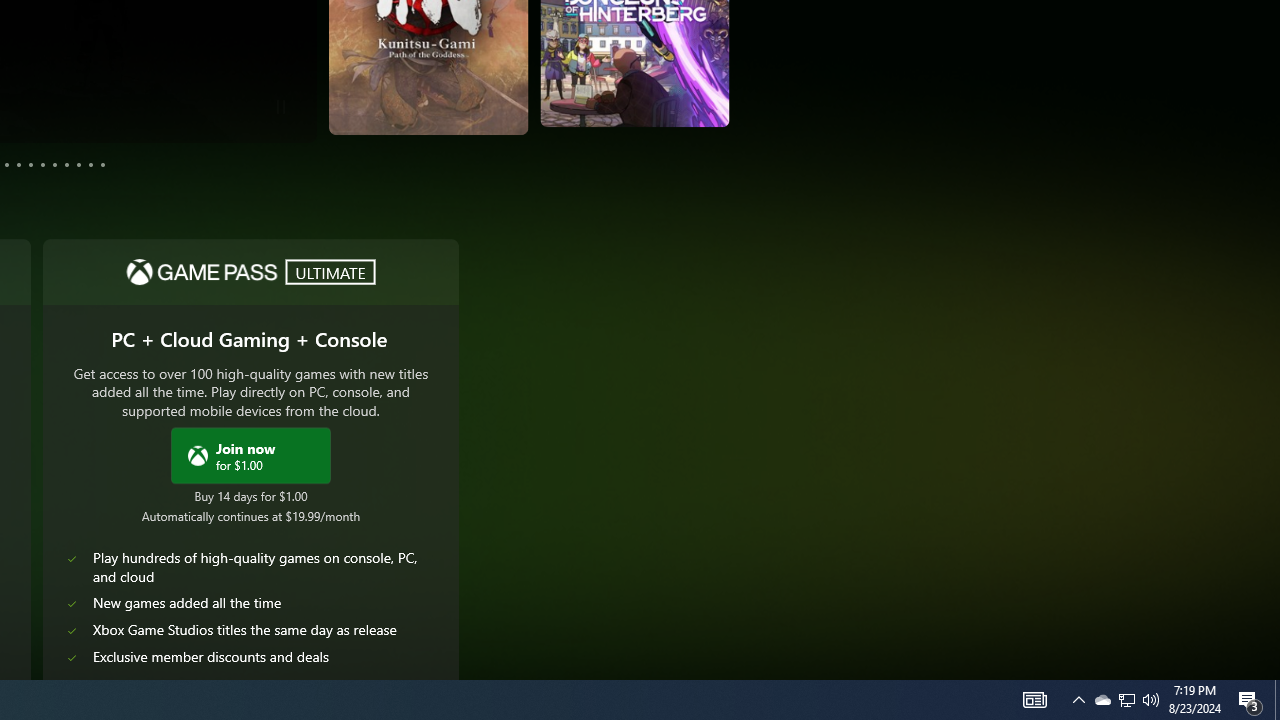 This screenshot has height=720, width=1280. What do you see at coordinates (89, 163) in the screenshot?
I see `'Page 11'` at bounding box center [89, 163].